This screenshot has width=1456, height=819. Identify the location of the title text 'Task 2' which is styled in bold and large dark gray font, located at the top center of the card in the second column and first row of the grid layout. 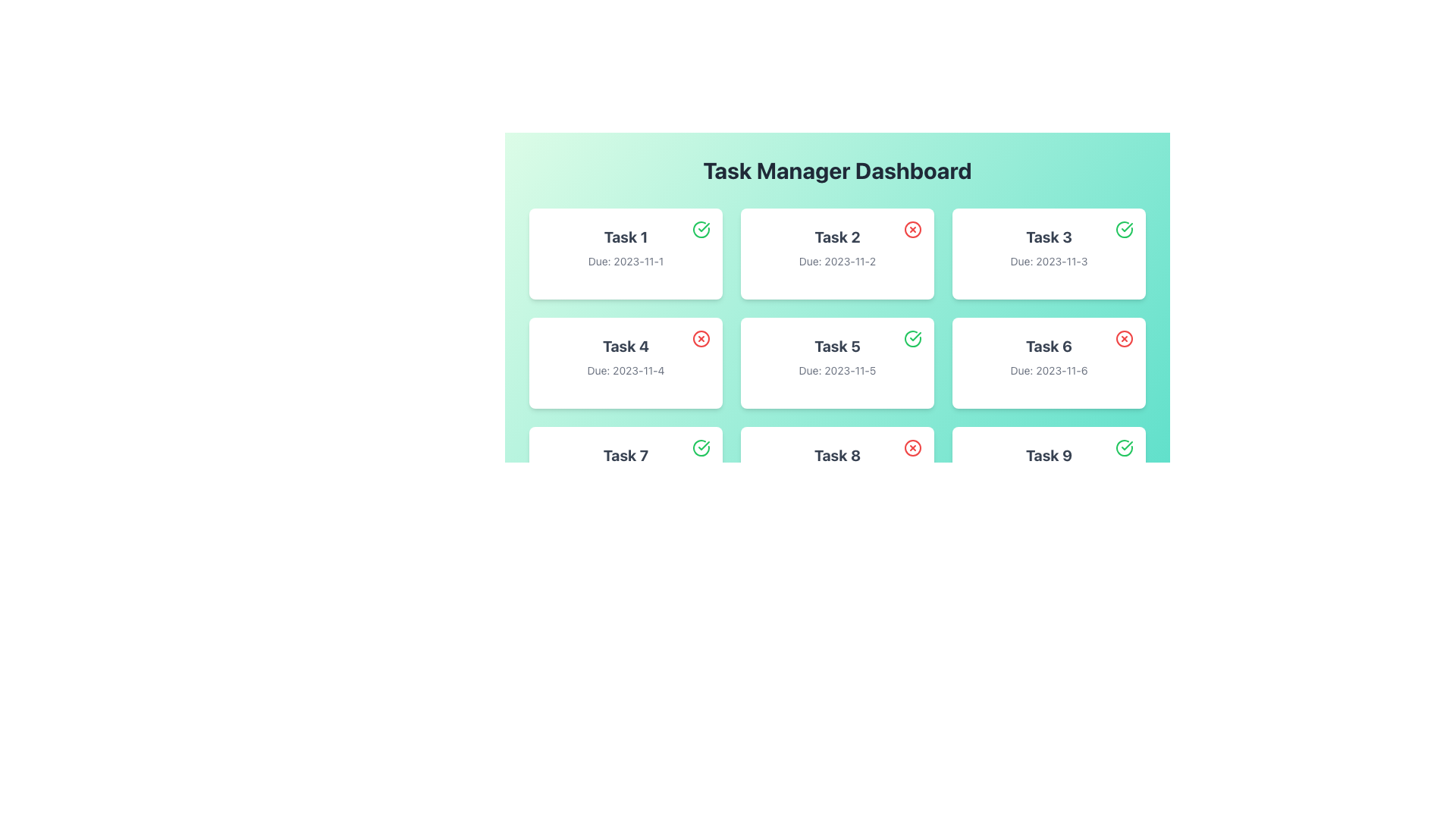
(836, 237).